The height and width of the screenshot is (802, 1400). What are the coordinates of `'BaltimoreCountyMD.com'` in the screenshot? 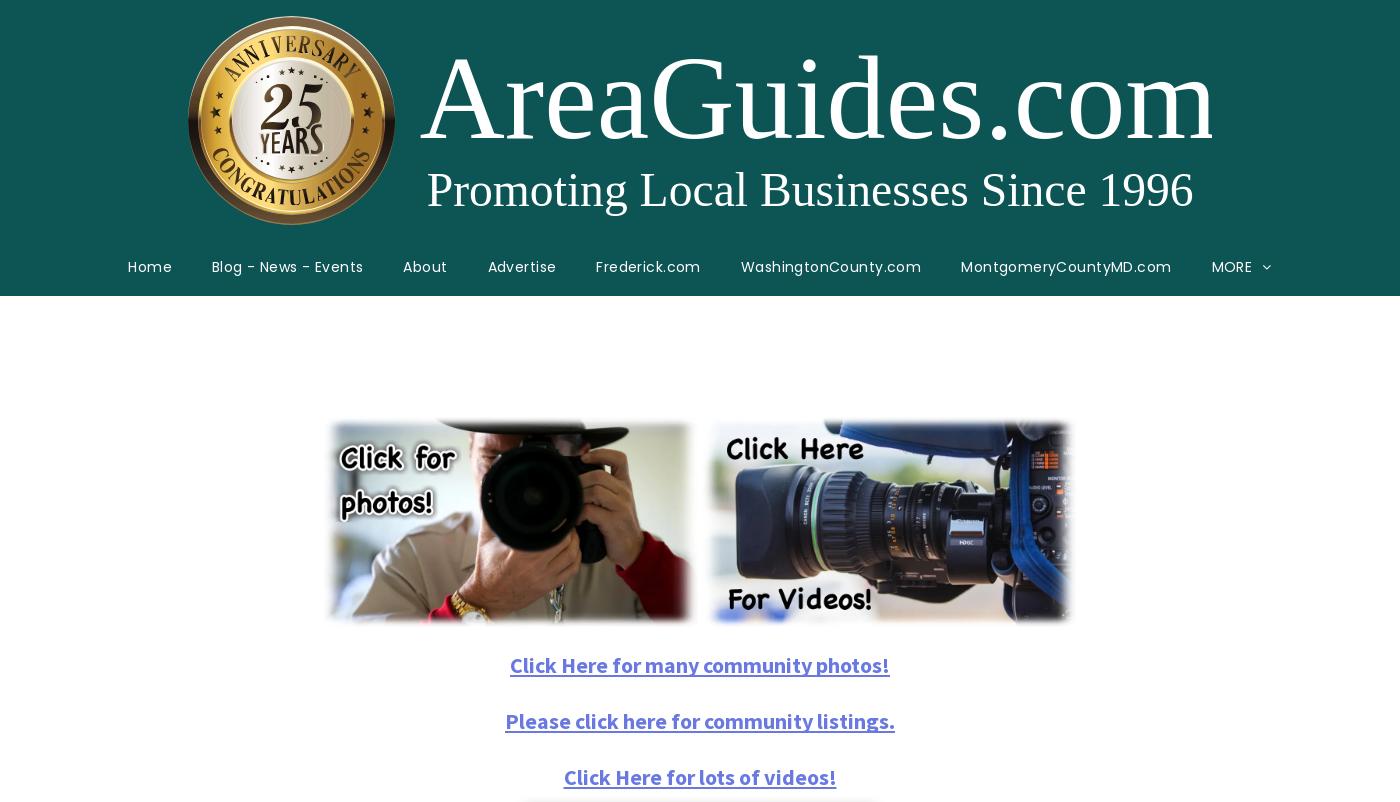 It's located at (965, 512).